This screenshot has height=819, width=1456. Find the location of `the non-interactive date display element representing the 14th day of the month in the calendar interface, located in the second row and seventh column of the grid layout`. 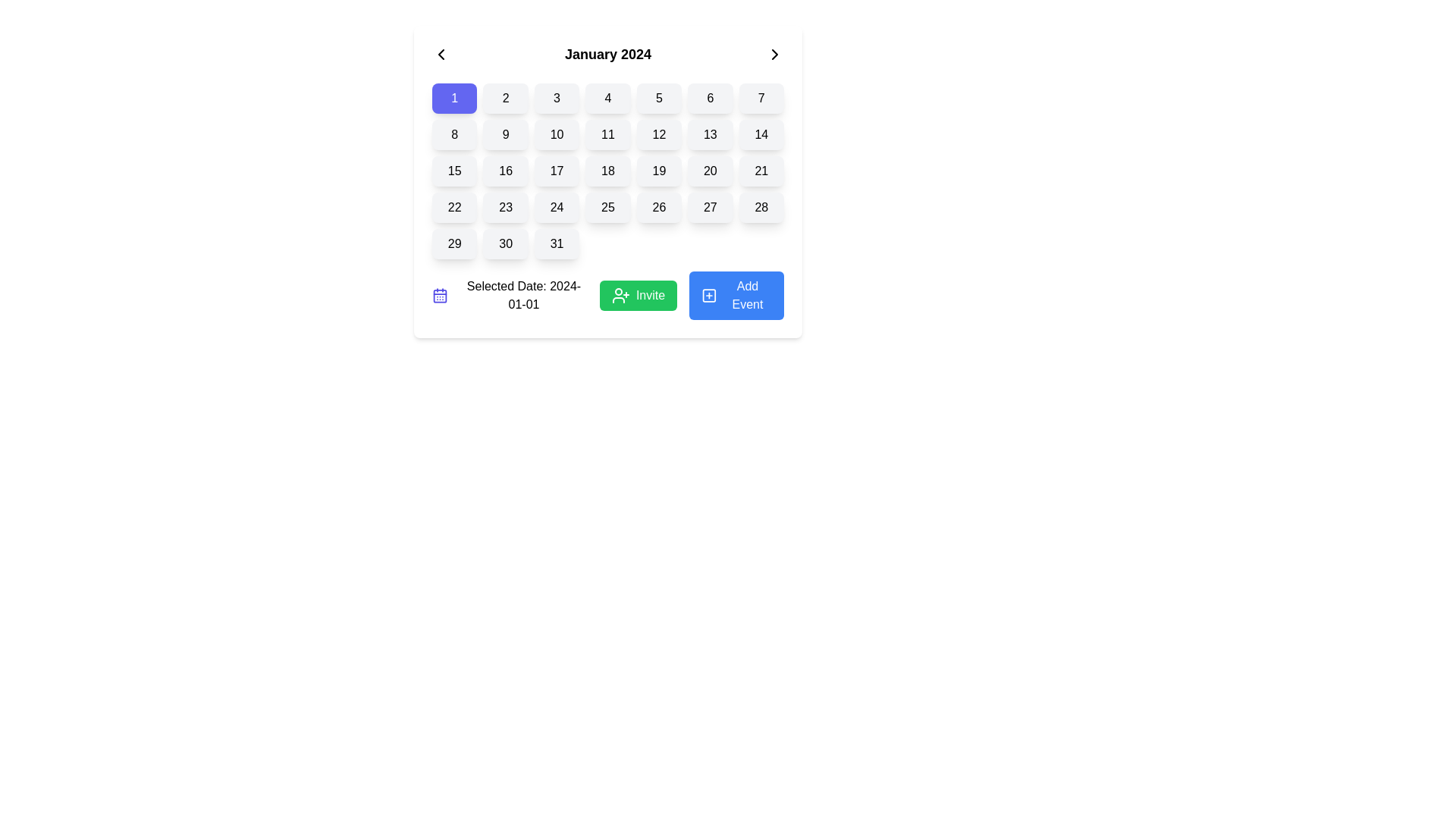

the non-interactive date display element representing the 14th day of the month in the calendar interface, located in the second row and seventh column of the grid layout is located at coordinates (761, 133).